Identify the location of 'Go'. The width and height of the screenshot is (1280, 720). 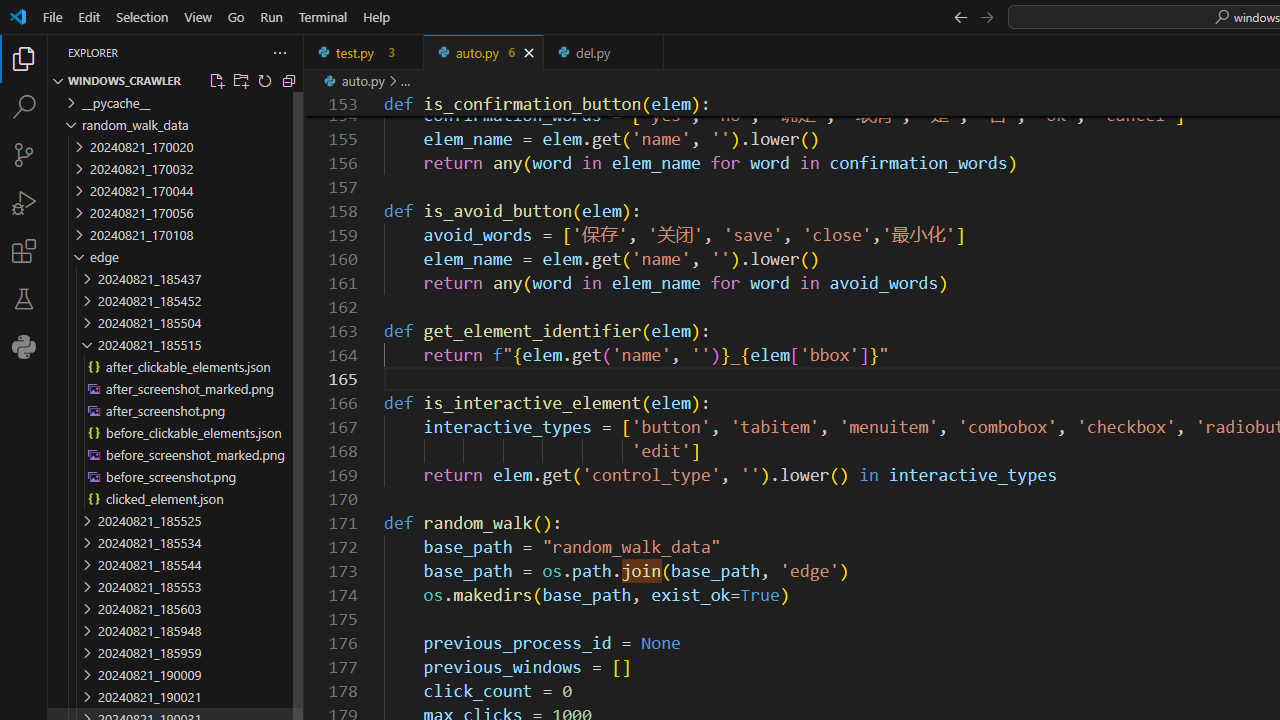
(236, 16).